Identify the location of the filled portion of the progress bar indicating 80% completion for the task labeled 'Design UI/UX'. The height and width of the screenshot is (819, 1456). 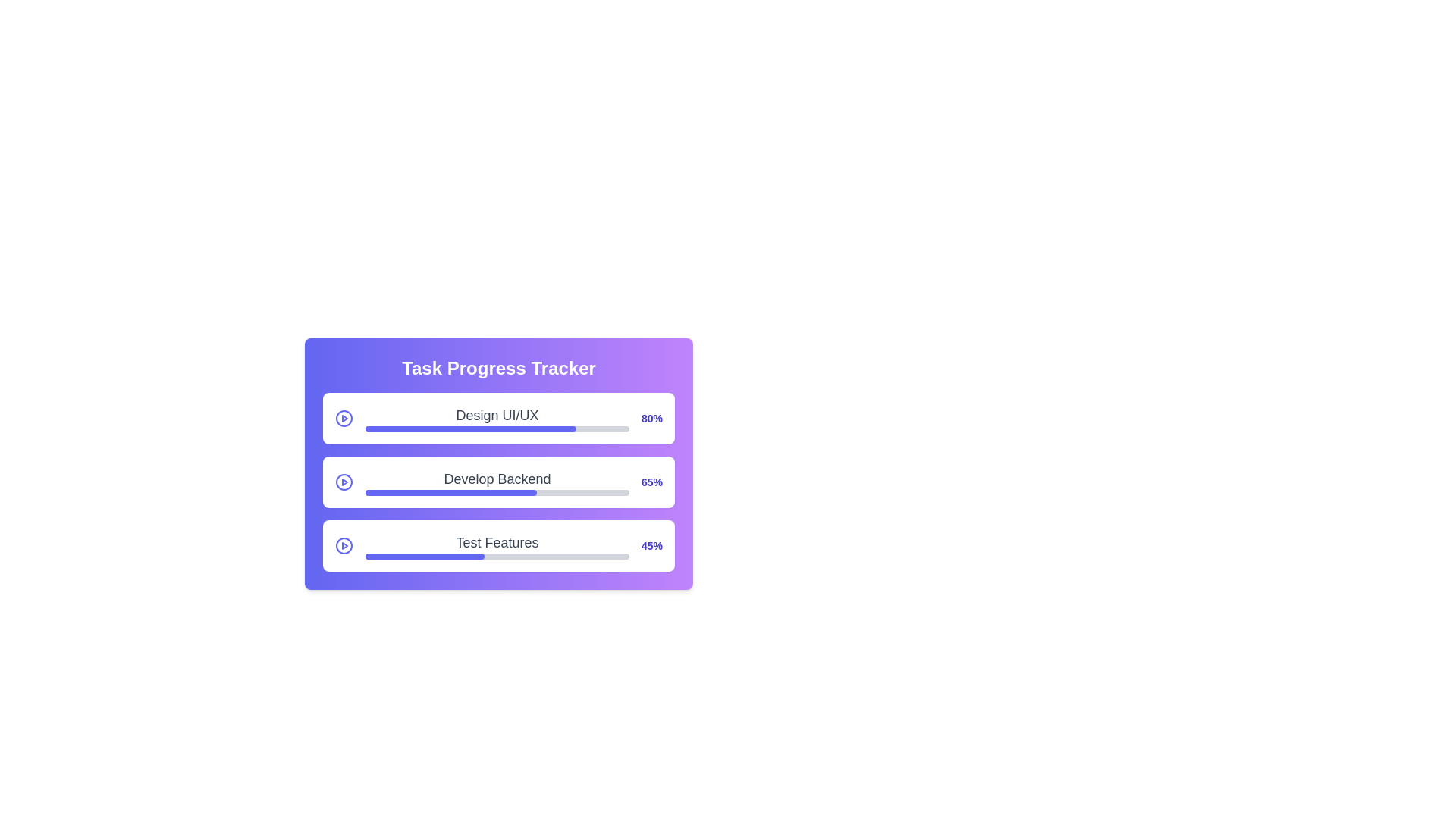
(470, 429).